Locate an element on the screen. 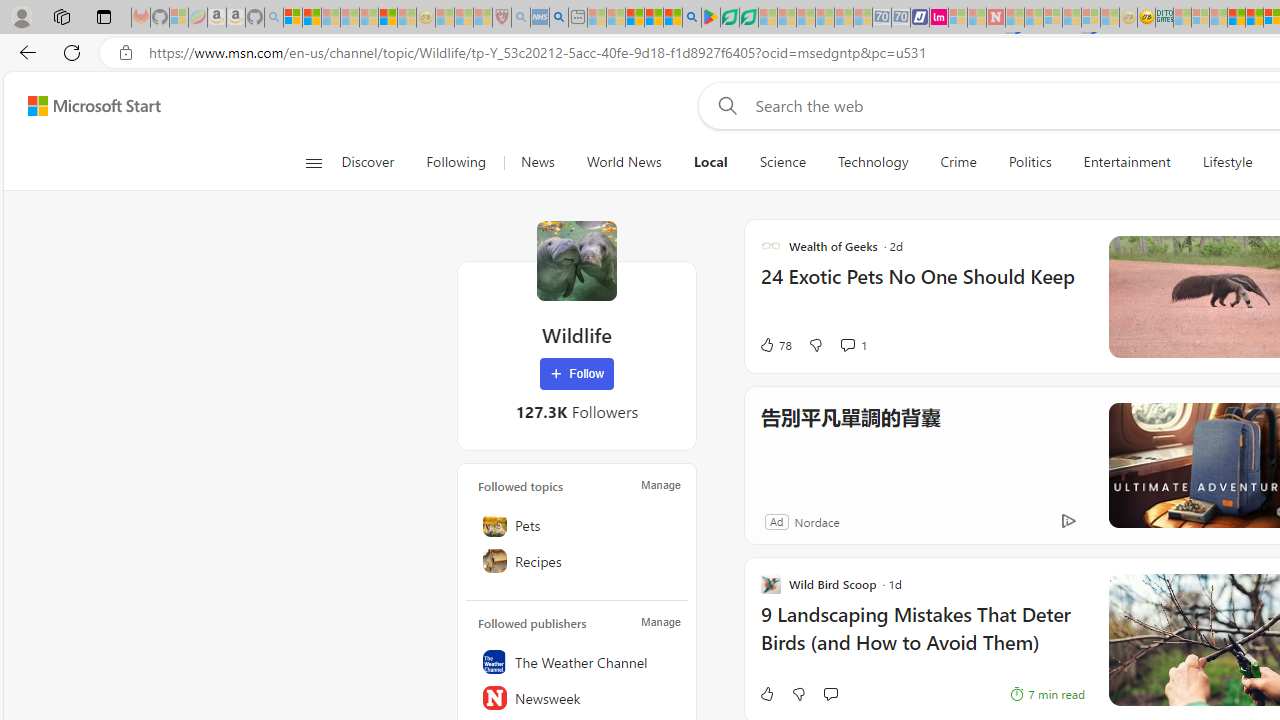  'Wildlife' is located at coordinates (576, 260).